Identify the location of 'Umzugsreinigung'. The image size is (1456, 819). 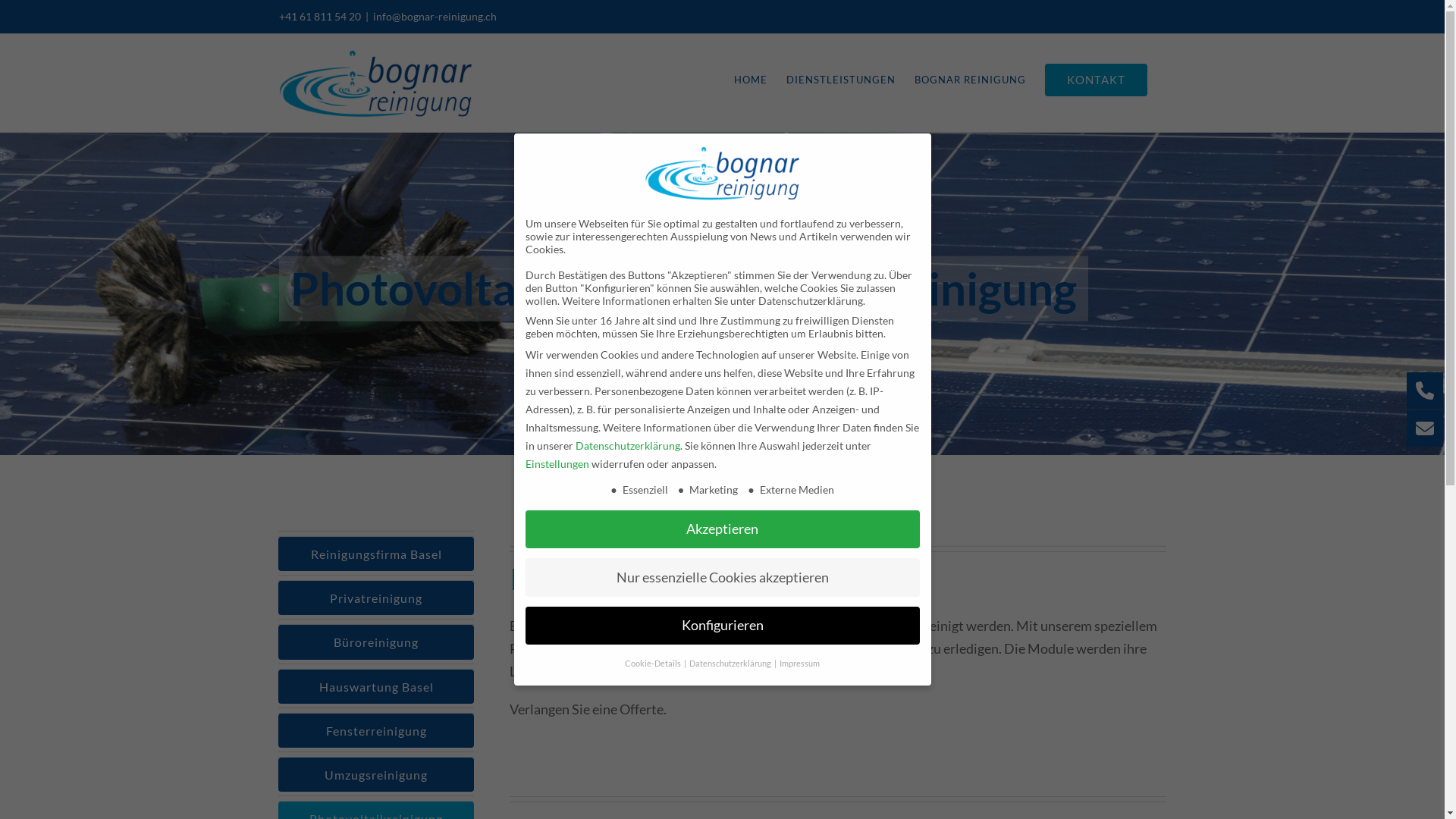
(375, 774).